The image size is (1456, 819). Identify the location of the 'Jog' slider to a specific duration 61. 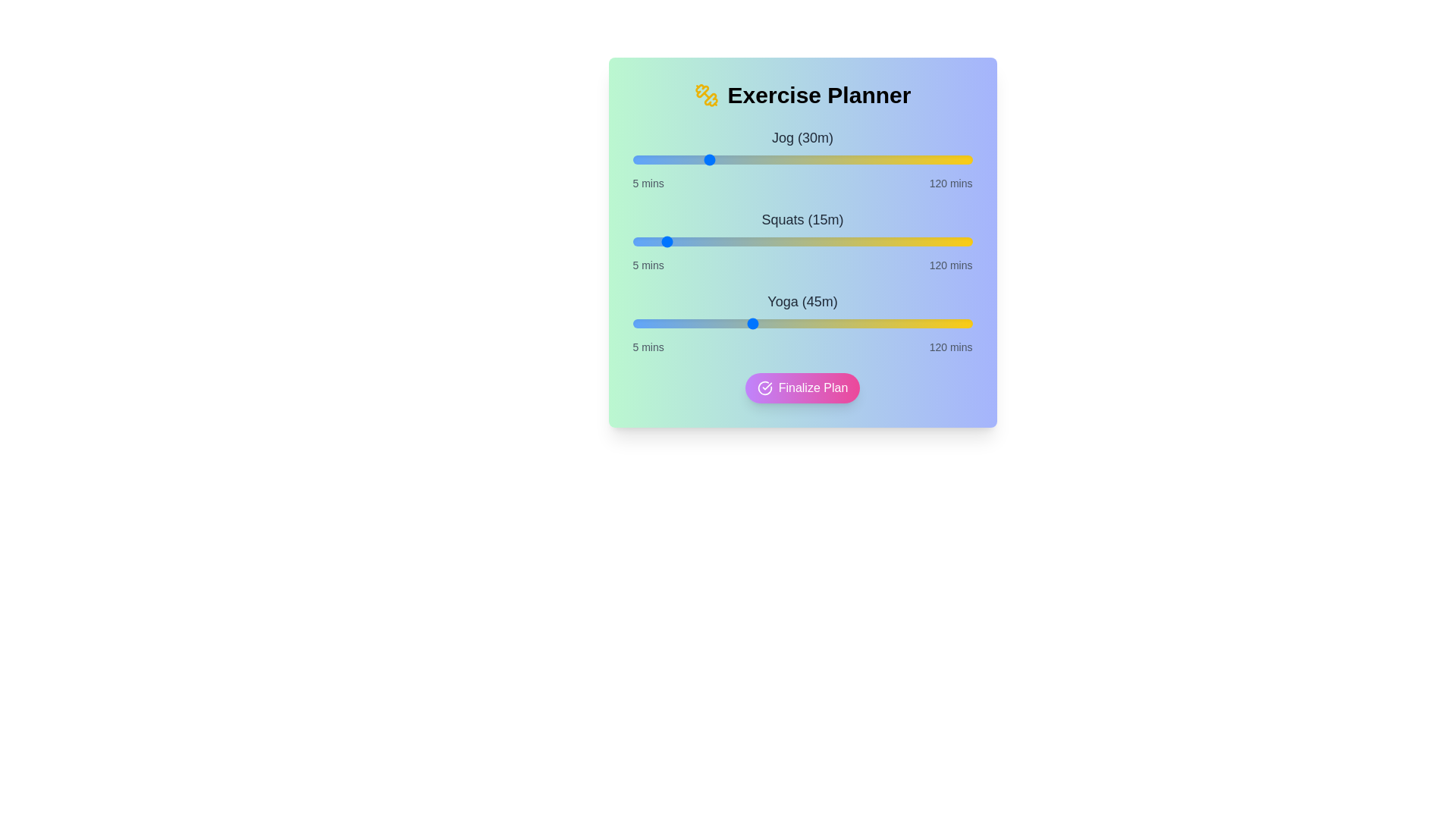
(797, 160).